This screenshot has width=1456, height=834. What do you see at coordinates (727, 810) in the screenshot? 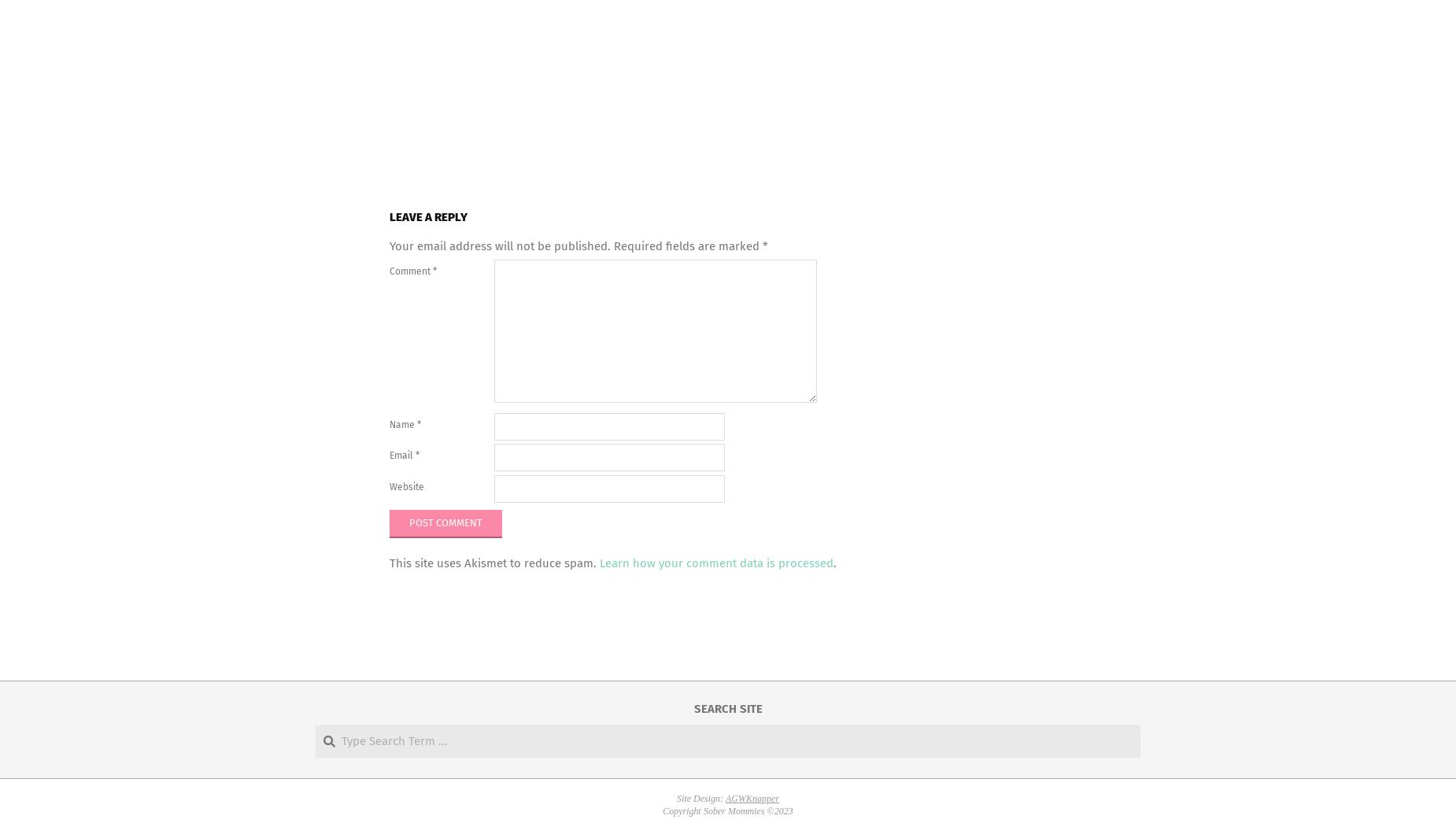
I see `'Copyright Sober Mommies ©2023'` at bounding box center [727, 810].